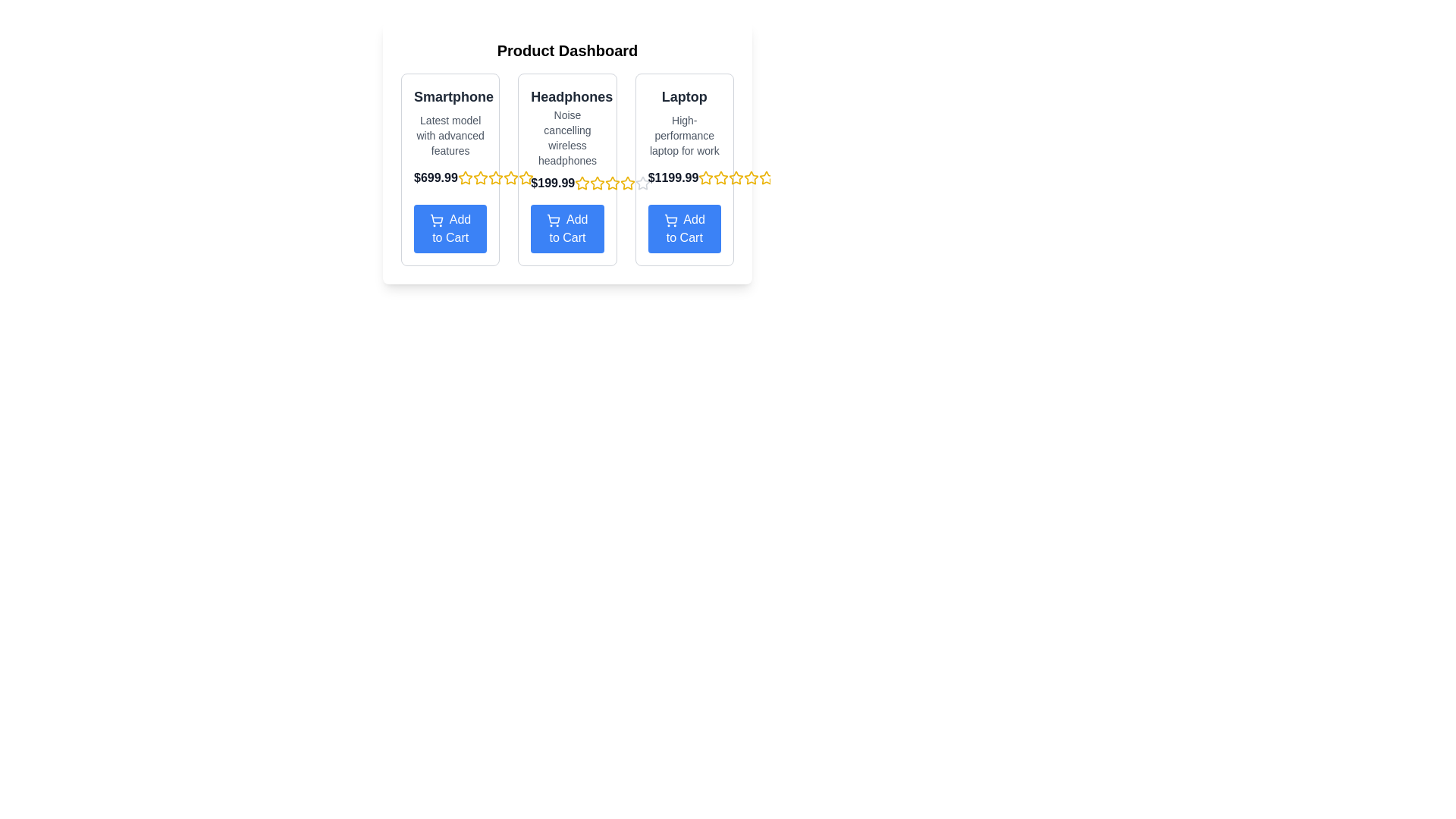 This screenshot has width=1456, height=819. What do you see at coordinates (450, 134) in the screenshot?
I see `the description text 'Latest model with advanced features' located below the title 'Smartphone' in the first product card of the product dashboard` at bounding box center [450, 134].